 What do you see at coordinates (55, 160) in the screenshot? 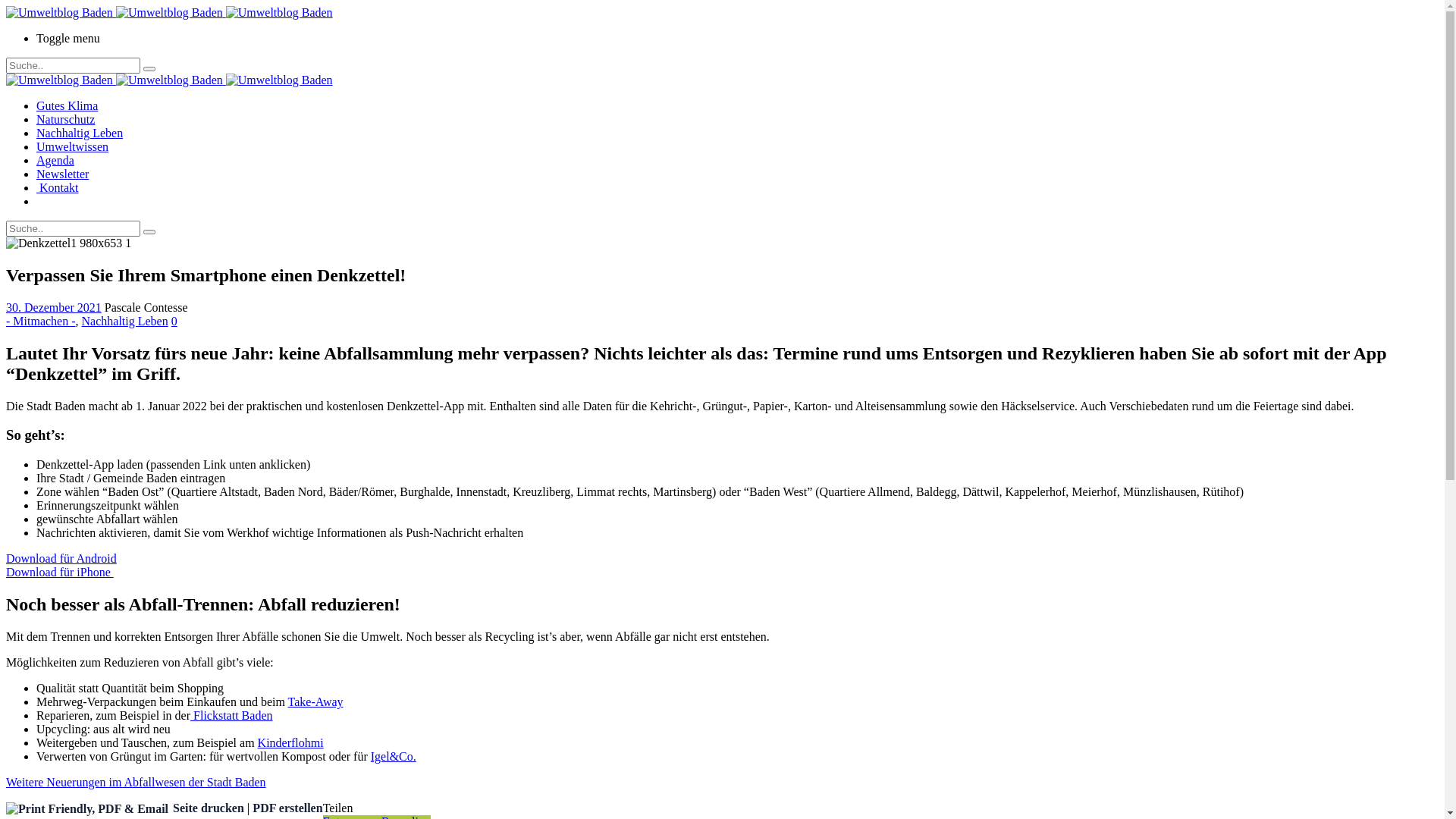
I see `'Agenda'` at bounding box center [55, 160].